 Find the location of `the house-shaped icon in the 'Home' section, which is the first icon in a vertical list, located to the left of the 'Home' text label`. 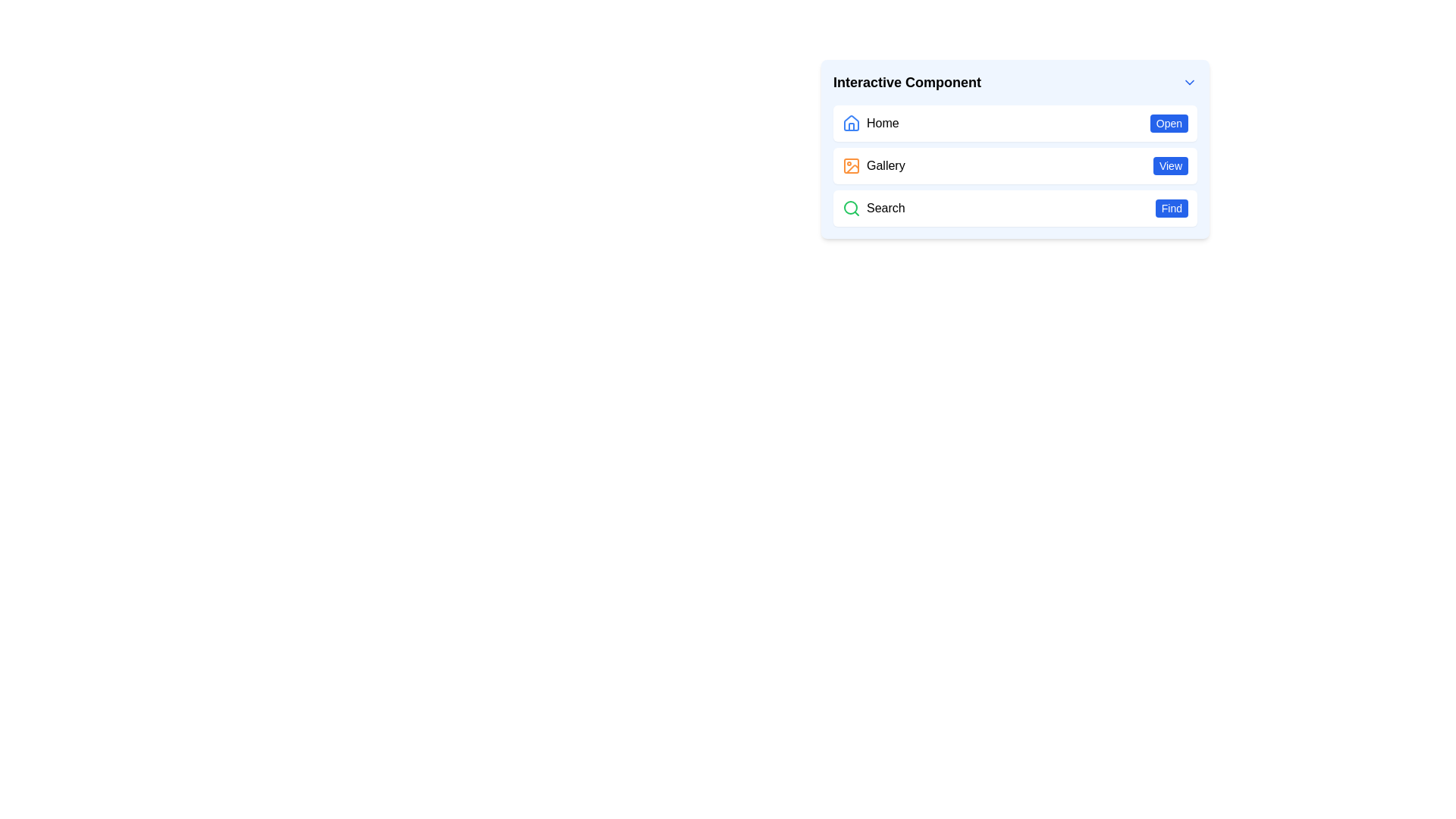

the house-shaped icon in the 'Home' section, which is the first icon in a vertical list, located to the left of the 'Home' text label is located at coordinates (852, 122).